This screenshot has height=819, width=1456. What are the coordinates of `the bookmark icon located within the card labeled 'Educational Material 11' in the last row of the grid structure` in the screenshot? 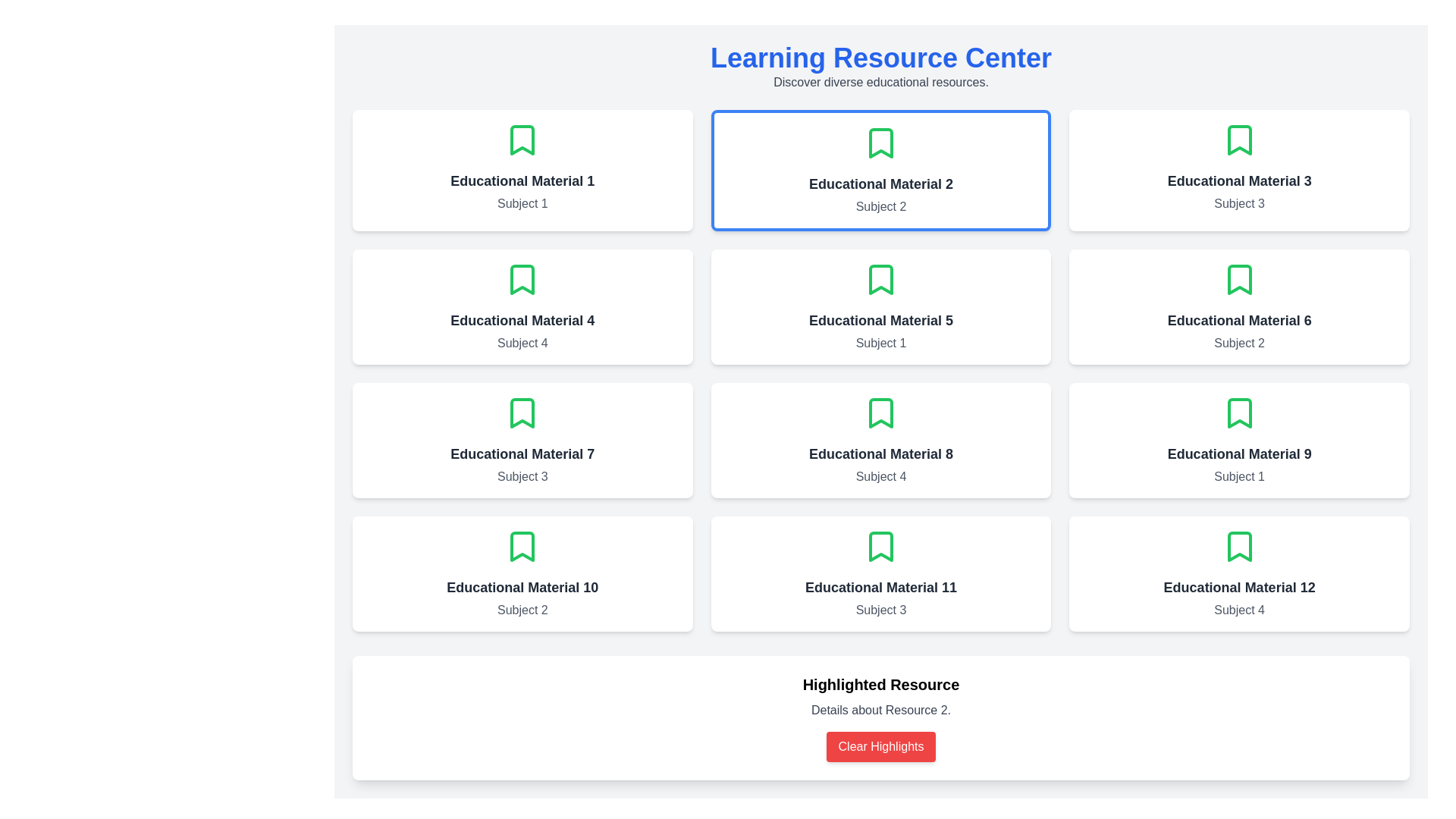 It's located at (880, 547).